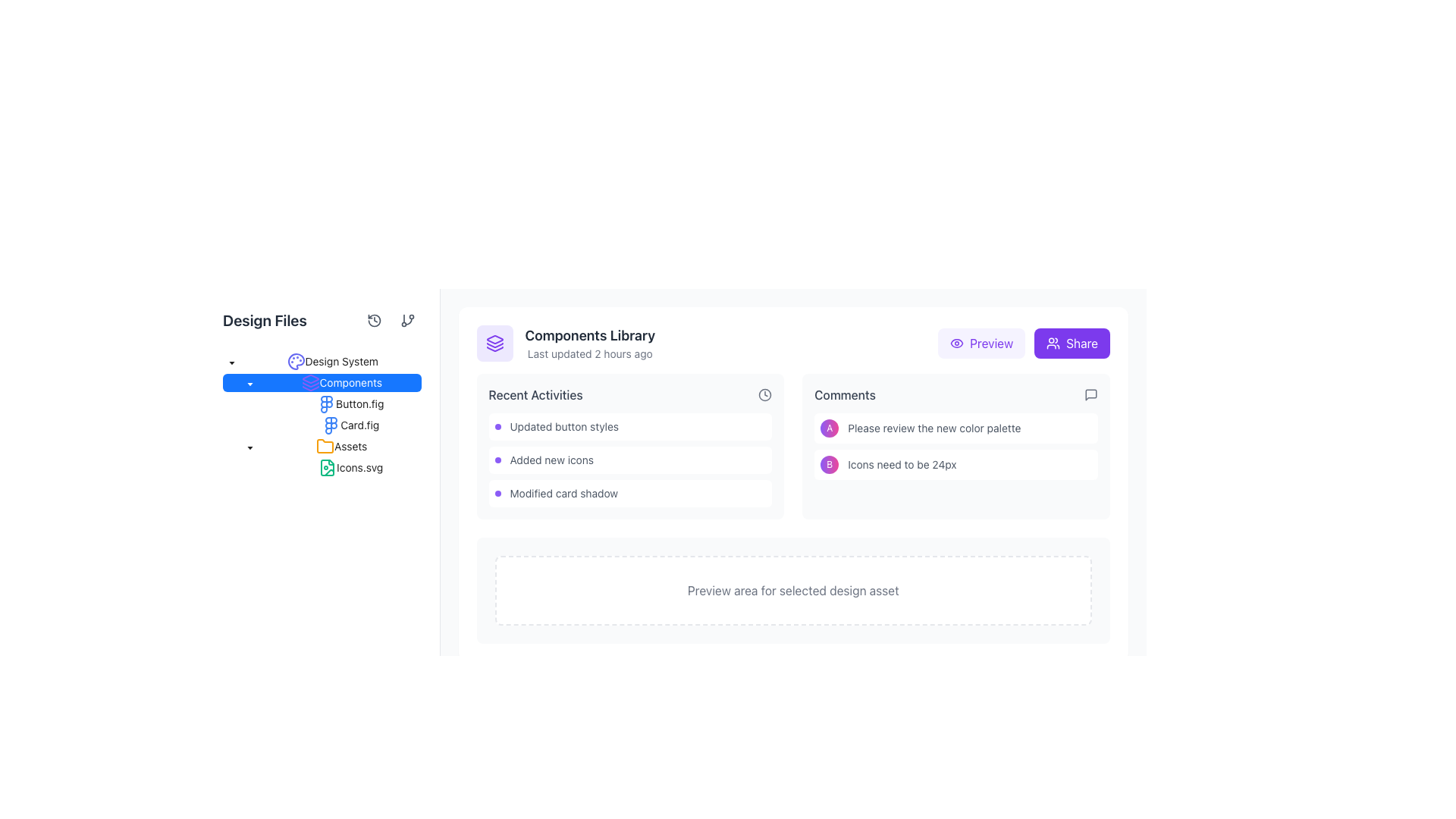 The height and width of the screenshot is (819, 1456). Describe the element at coordinates (359, 466) in the screenshot. I see `the text label 'Icons.svg' within the file tree structure` at that location.